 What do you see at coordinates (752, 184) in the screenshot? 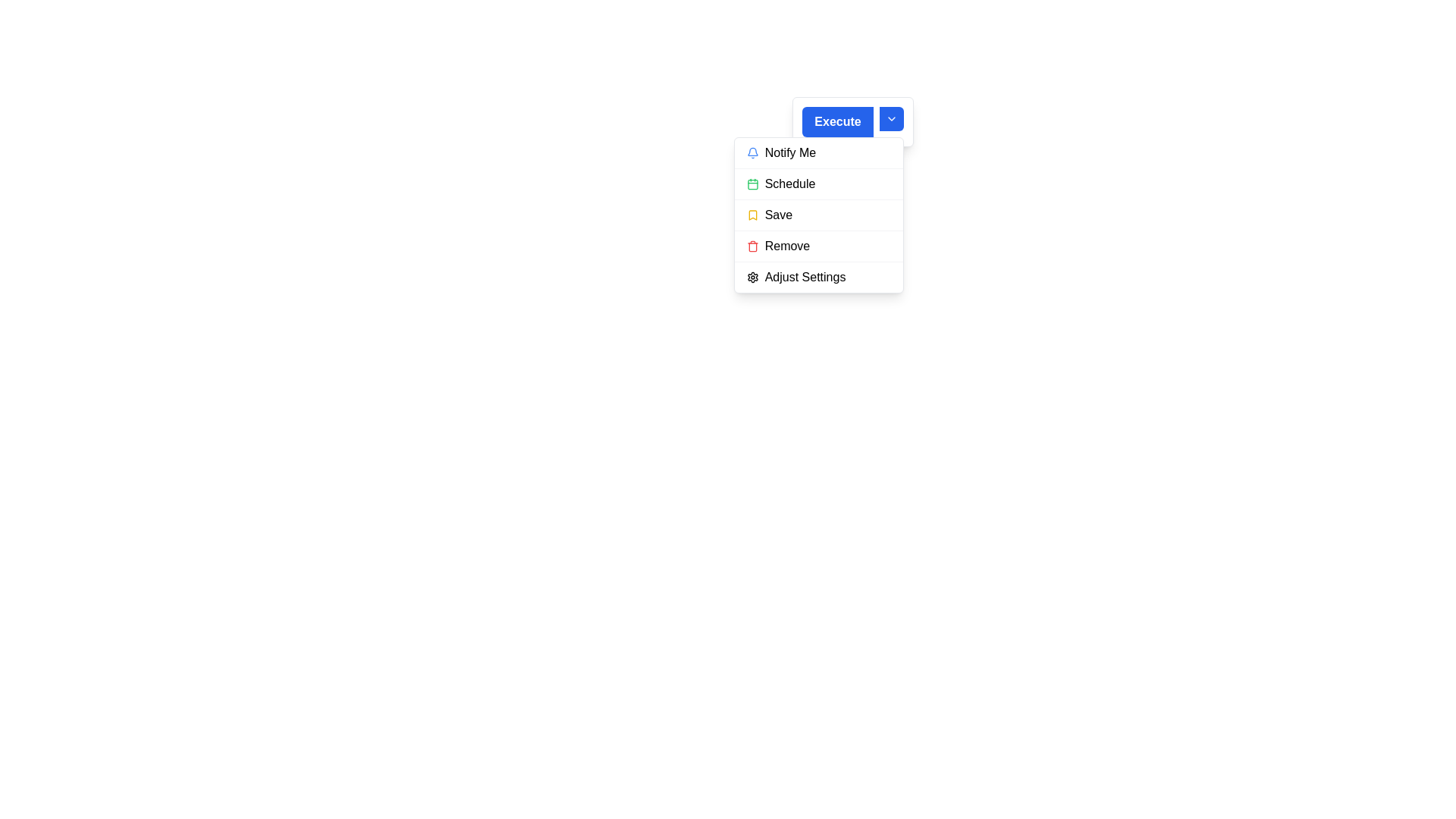
I see `the calendar icon with a green outline located within the 'Schedule' menu option, positioned between 'Notify Me' and 'Save'` at bounding box center [752, 184].